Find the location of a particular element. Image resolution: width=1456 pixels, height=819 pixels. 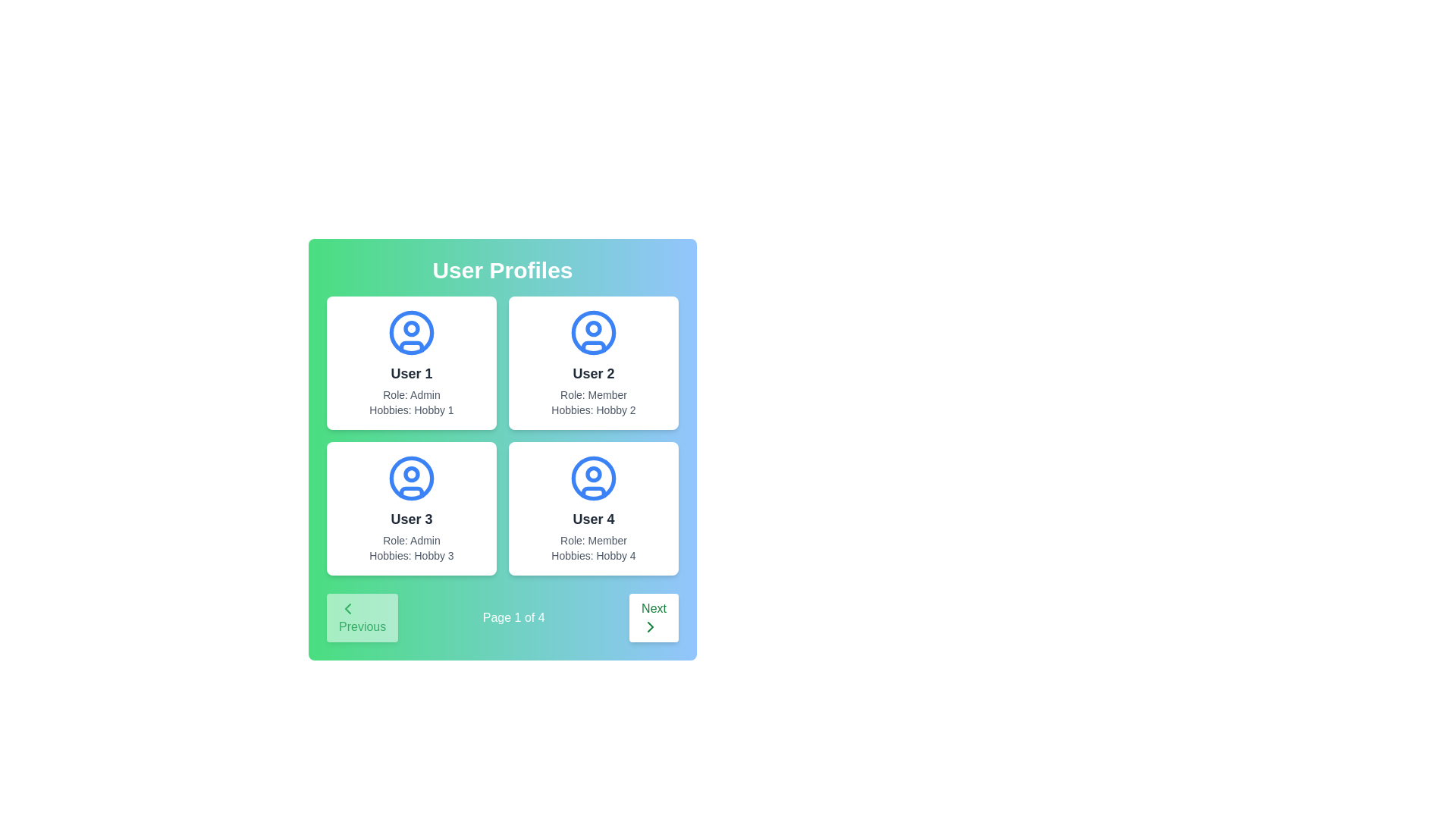

the decorative shape, which is the outermost circle of the user profile icon labeled 'User 2' in the top-right of the grid layout is located at coordinates (592, 332).